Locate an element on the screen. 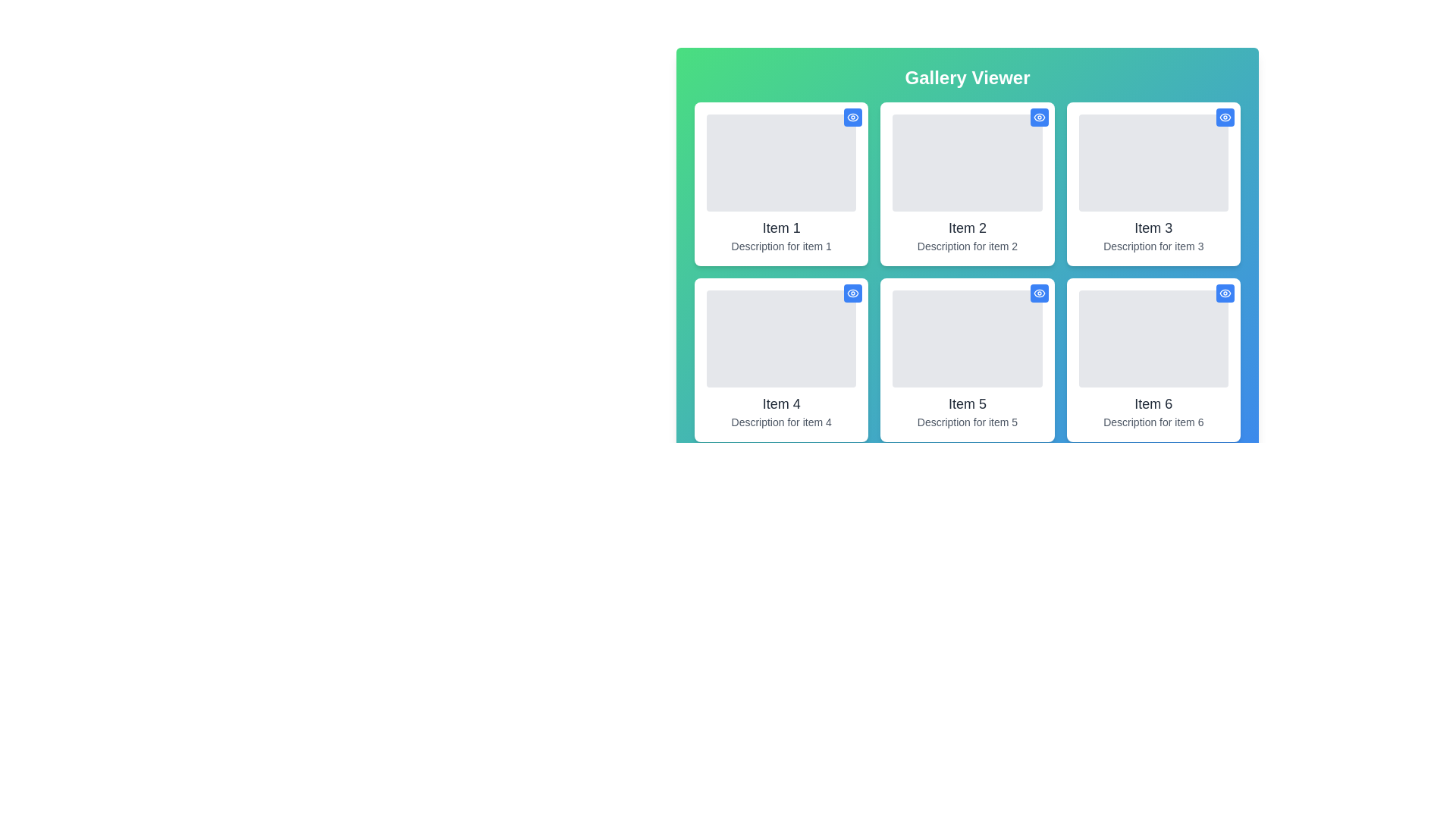  the static text label that describes the item represented by the card labeled 'Item 1' in the top-left card of the grid within the 'Gallery Viewer' is located at coordinates (781, 245).